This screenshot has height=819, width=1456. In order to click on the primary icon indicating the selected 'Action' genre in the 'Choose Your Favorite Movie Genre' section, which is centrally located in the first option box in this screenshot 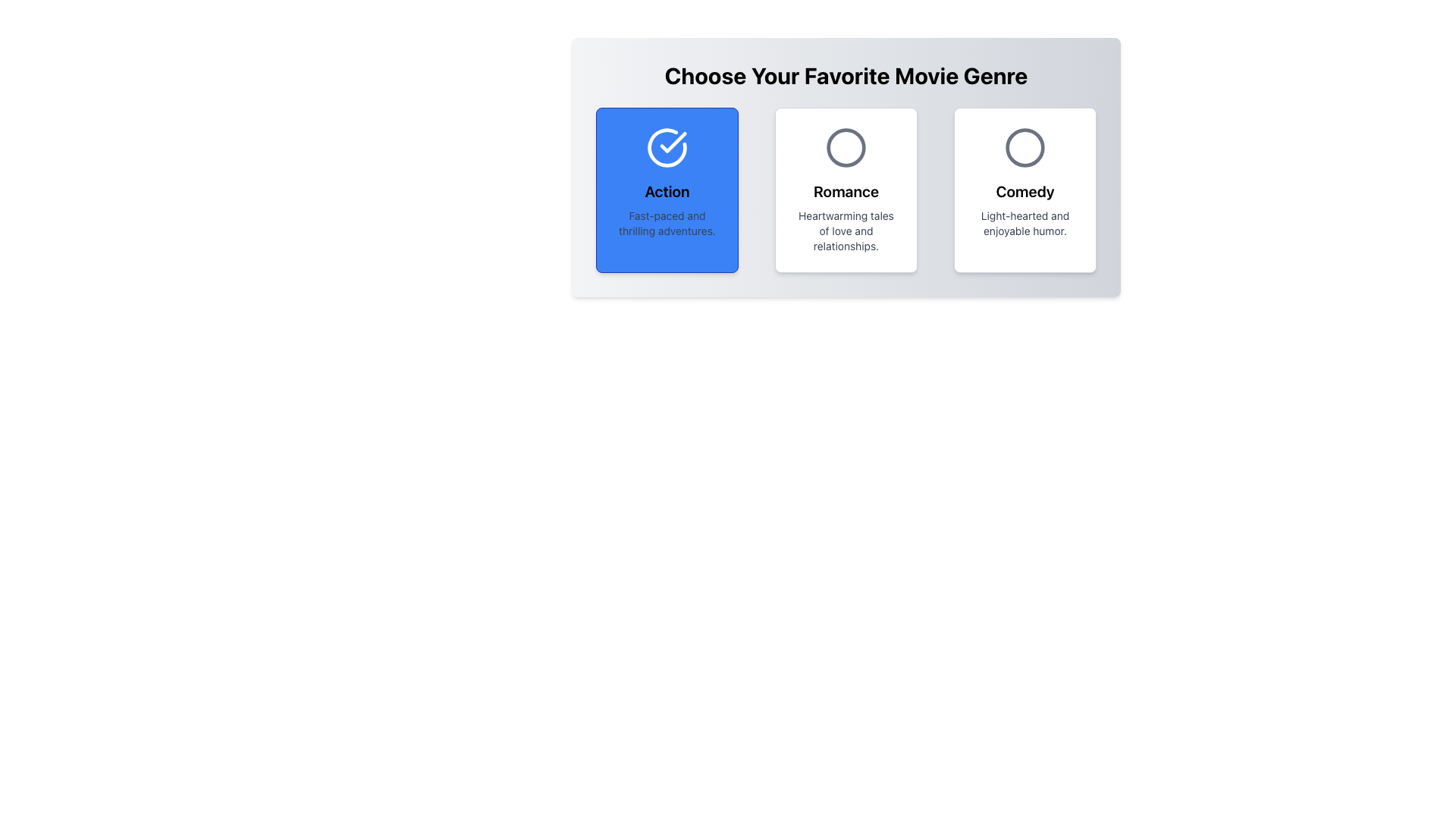, I will do `click(667, 148)`.